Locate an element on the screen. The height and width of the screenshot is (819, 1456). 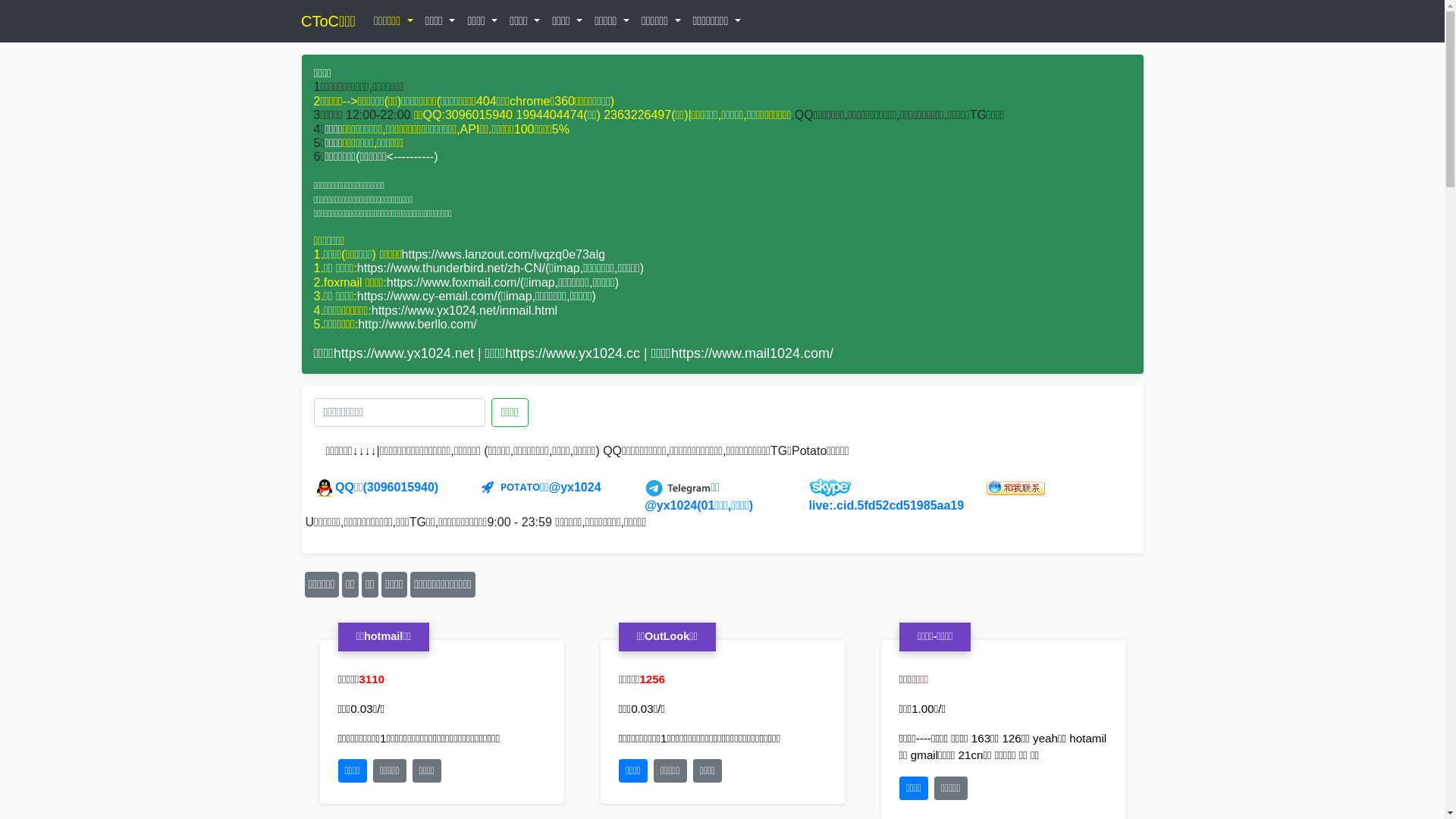
' ' is located at coordinates (323, 20).